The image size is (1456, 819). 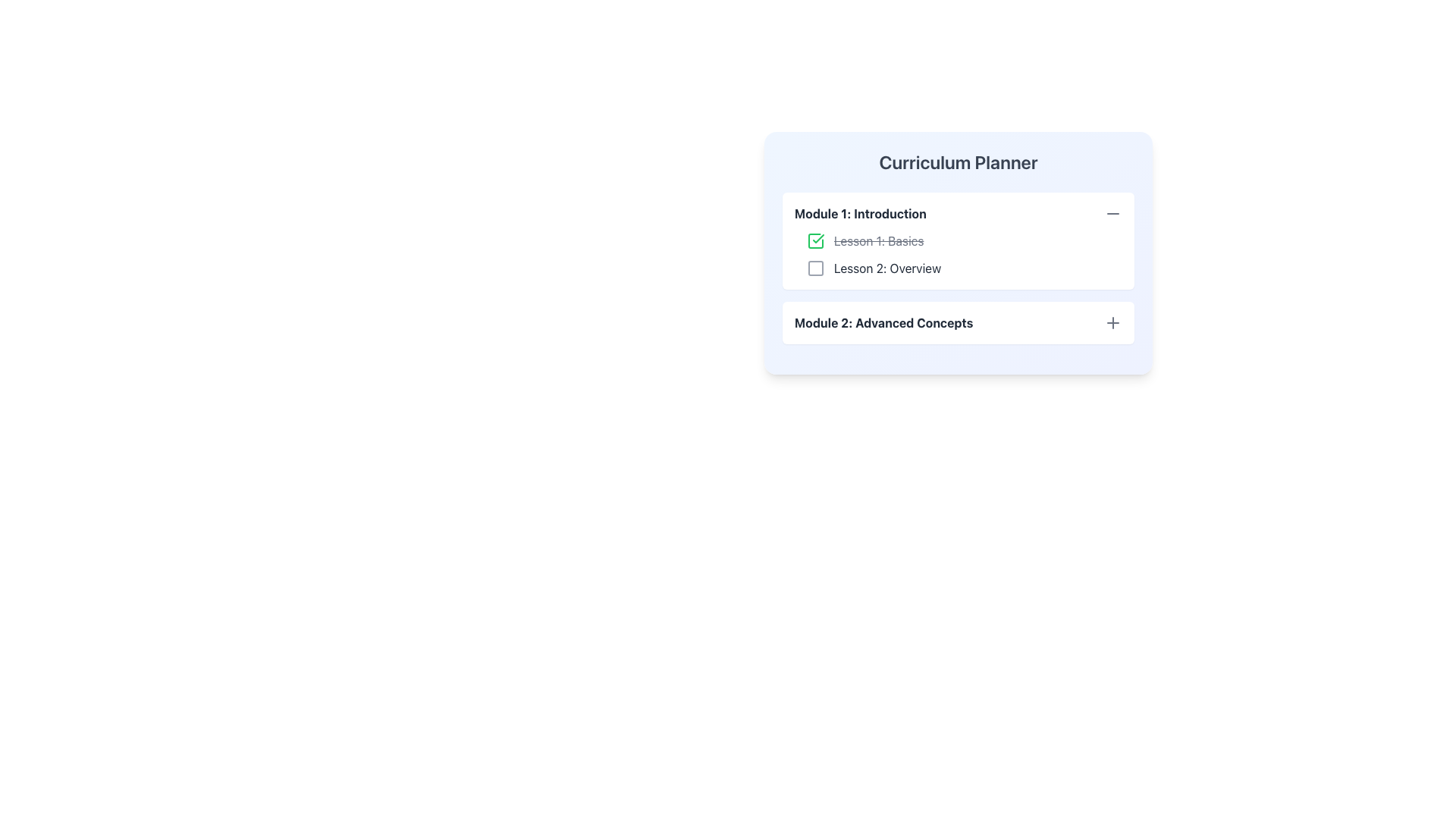 What do you see at coordinates (964, 268) in the screenshot?
I see `the checkbox of the second lesson item under 'Module 1: Introduction' which provides an overview of the lesson content` at bounding box center [964, 268].